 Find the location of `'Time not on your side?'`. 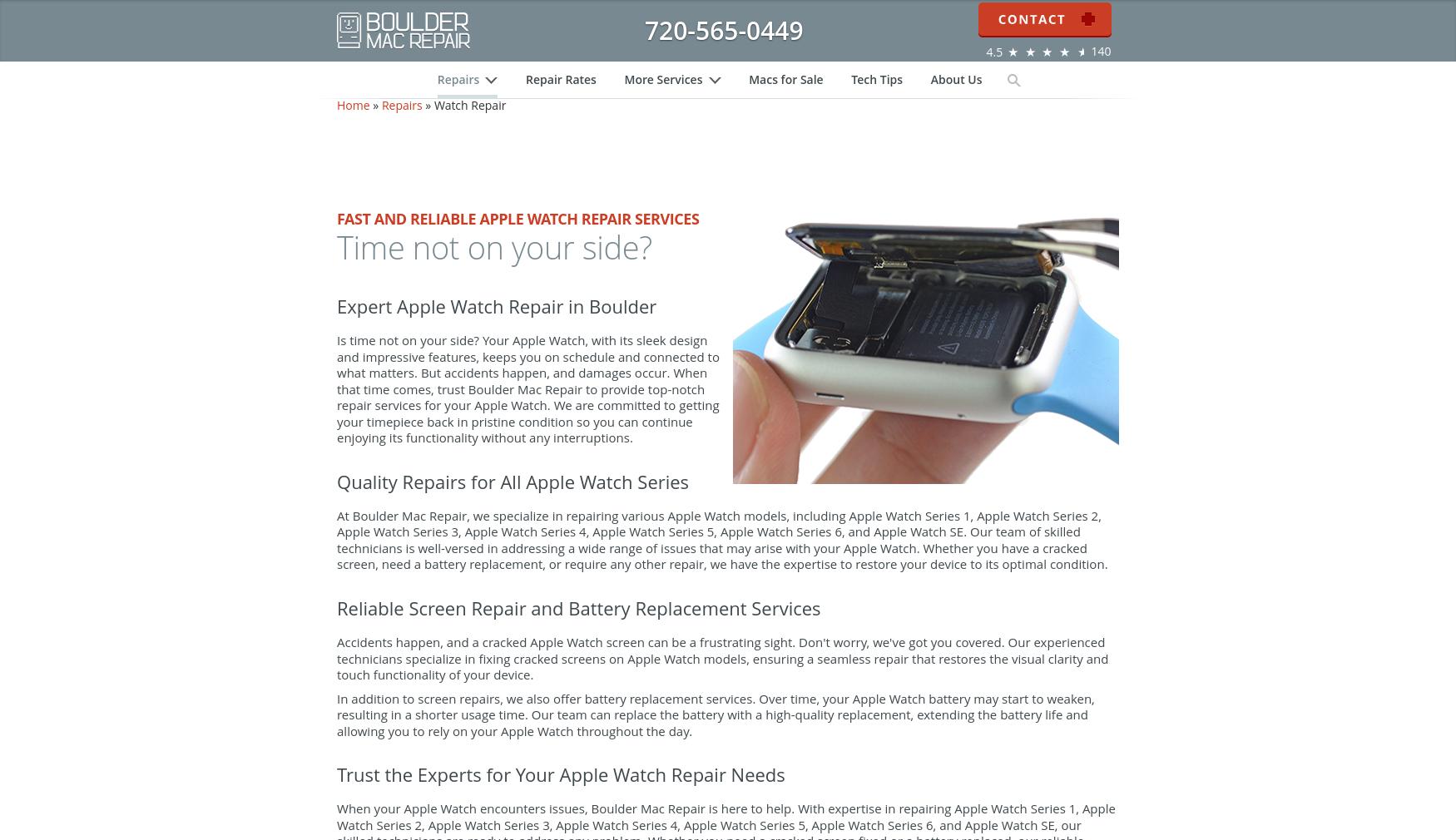

'Time not on your side?' is located at coordinates (335, 280).